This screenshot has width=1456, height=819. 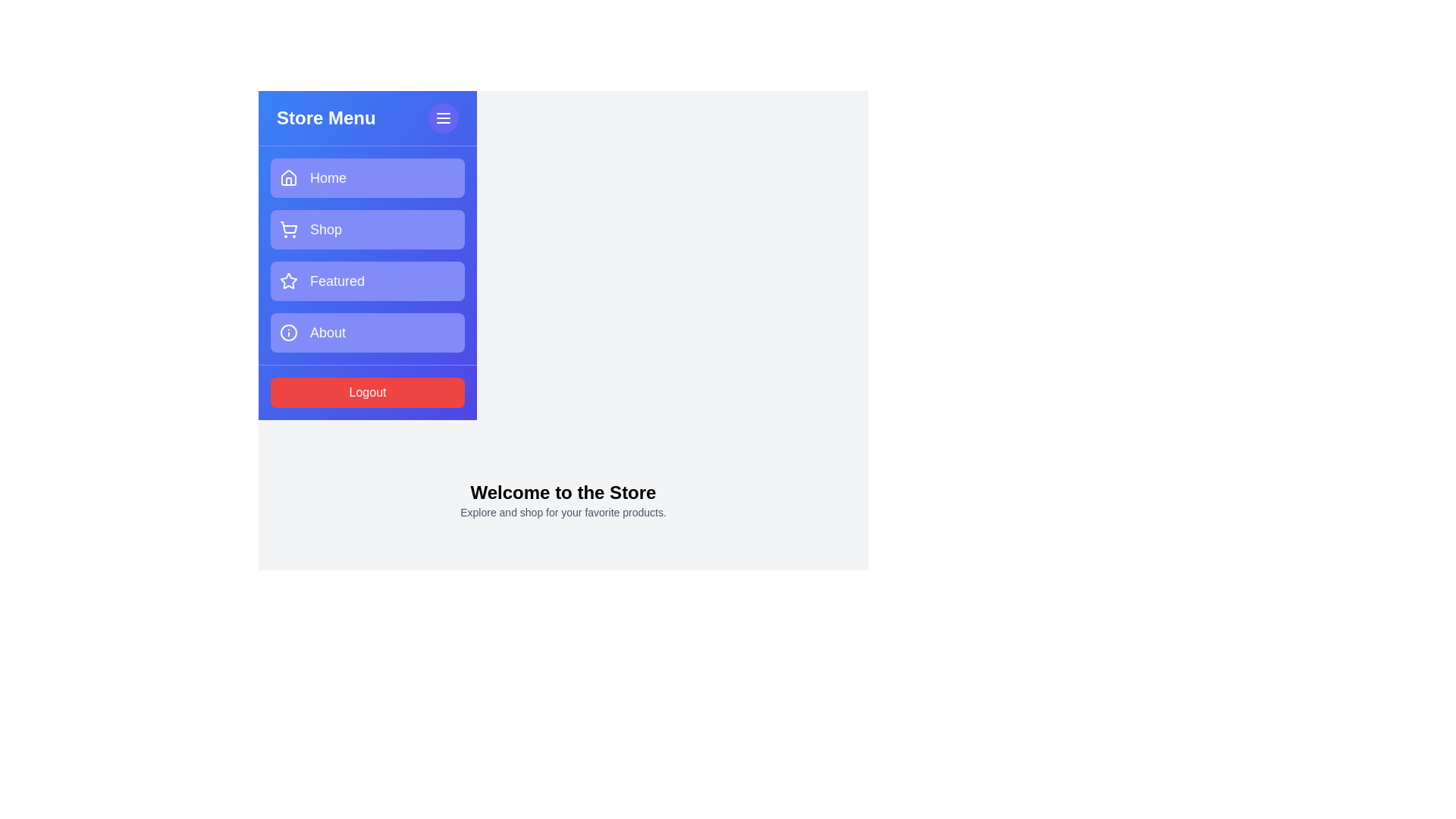 What do you see at coordinates (367, 230) in the screenshot?
I see `the Shop button to navigate to the respective section` at bounding box center [367, 230].